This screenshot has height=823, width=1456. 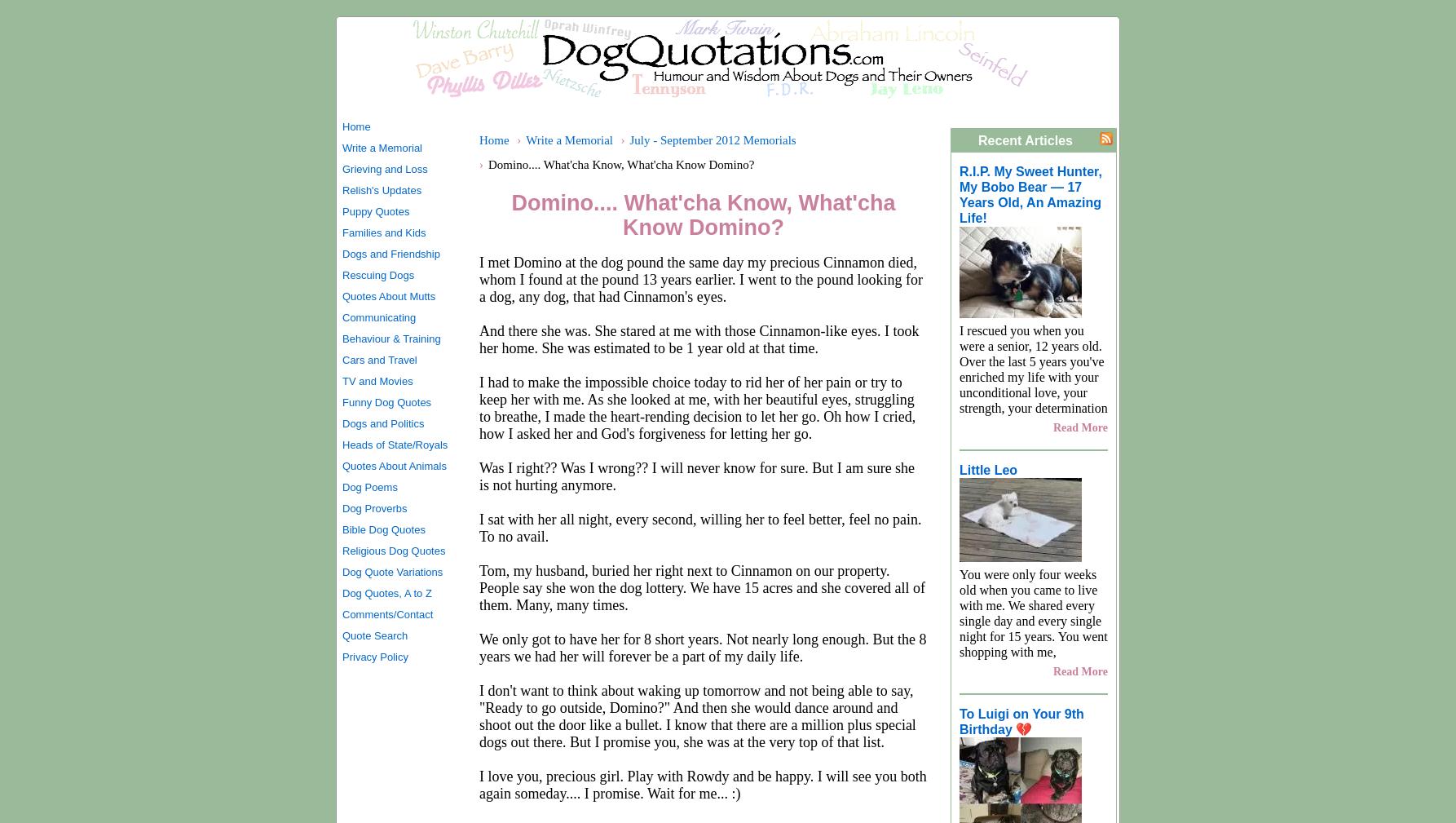 I want to click on 'Religious Dog Quotes', so click(x=392, y=551).